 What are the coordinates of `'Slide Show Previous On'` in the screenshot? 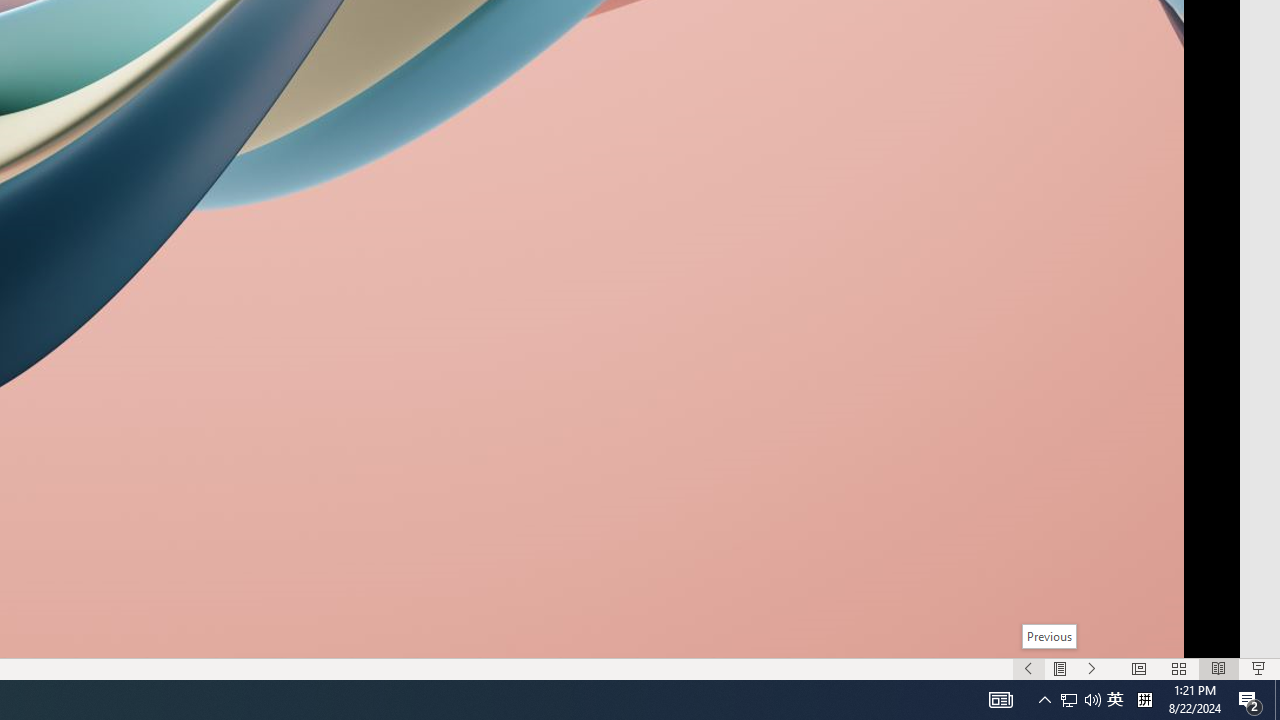 It's located at (1028, 669).